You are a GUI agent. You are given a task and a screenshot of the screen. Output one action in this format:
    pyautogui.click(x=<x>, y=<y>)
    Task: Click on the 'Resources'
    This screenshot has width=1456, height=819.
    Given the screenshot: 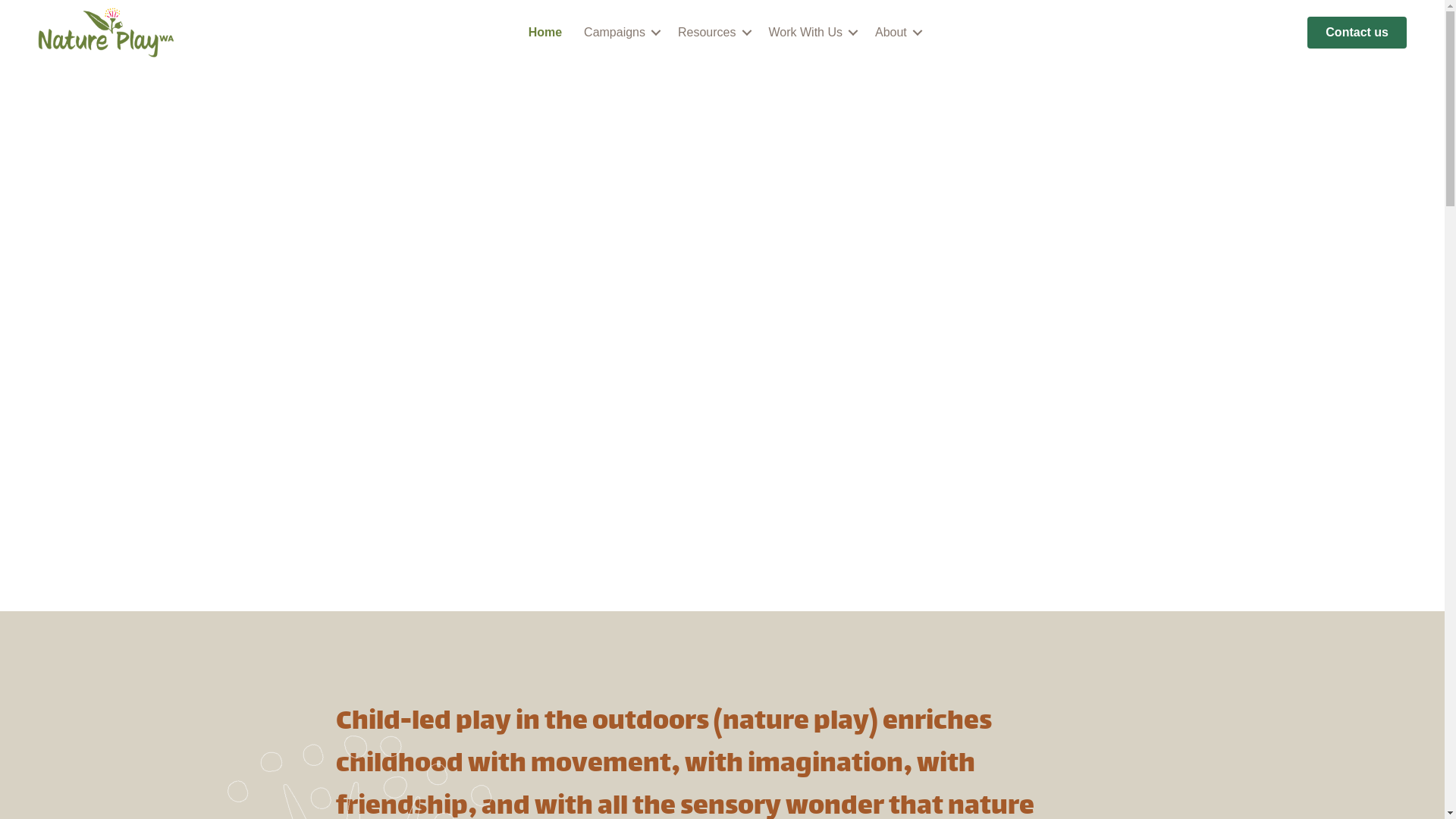 What is the action you would take?
    pyautogui.click(x=711, y=32)
    